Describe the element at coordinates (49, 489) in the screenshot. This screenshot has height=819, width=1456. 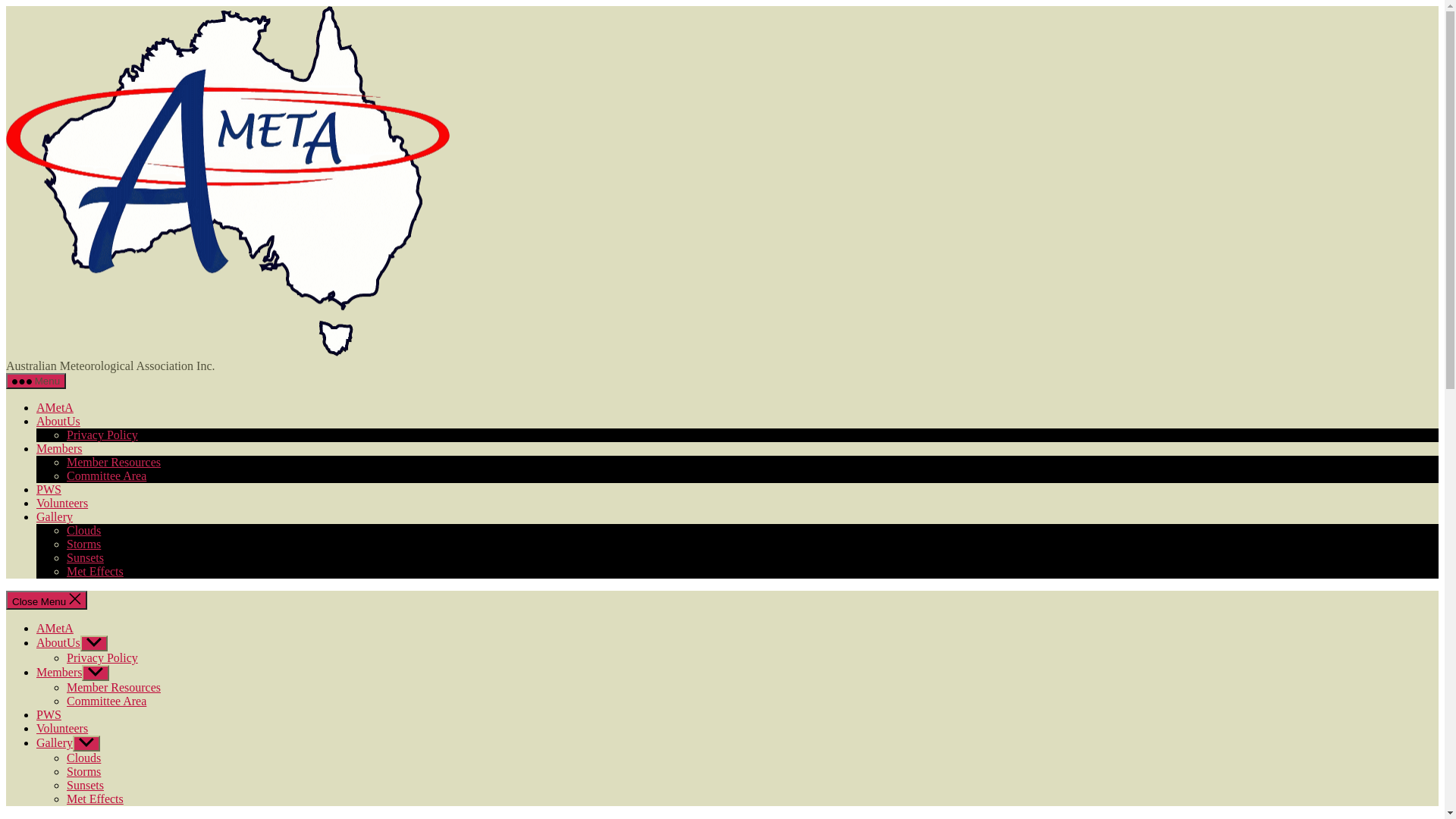
I see `'PWS'` at that location.